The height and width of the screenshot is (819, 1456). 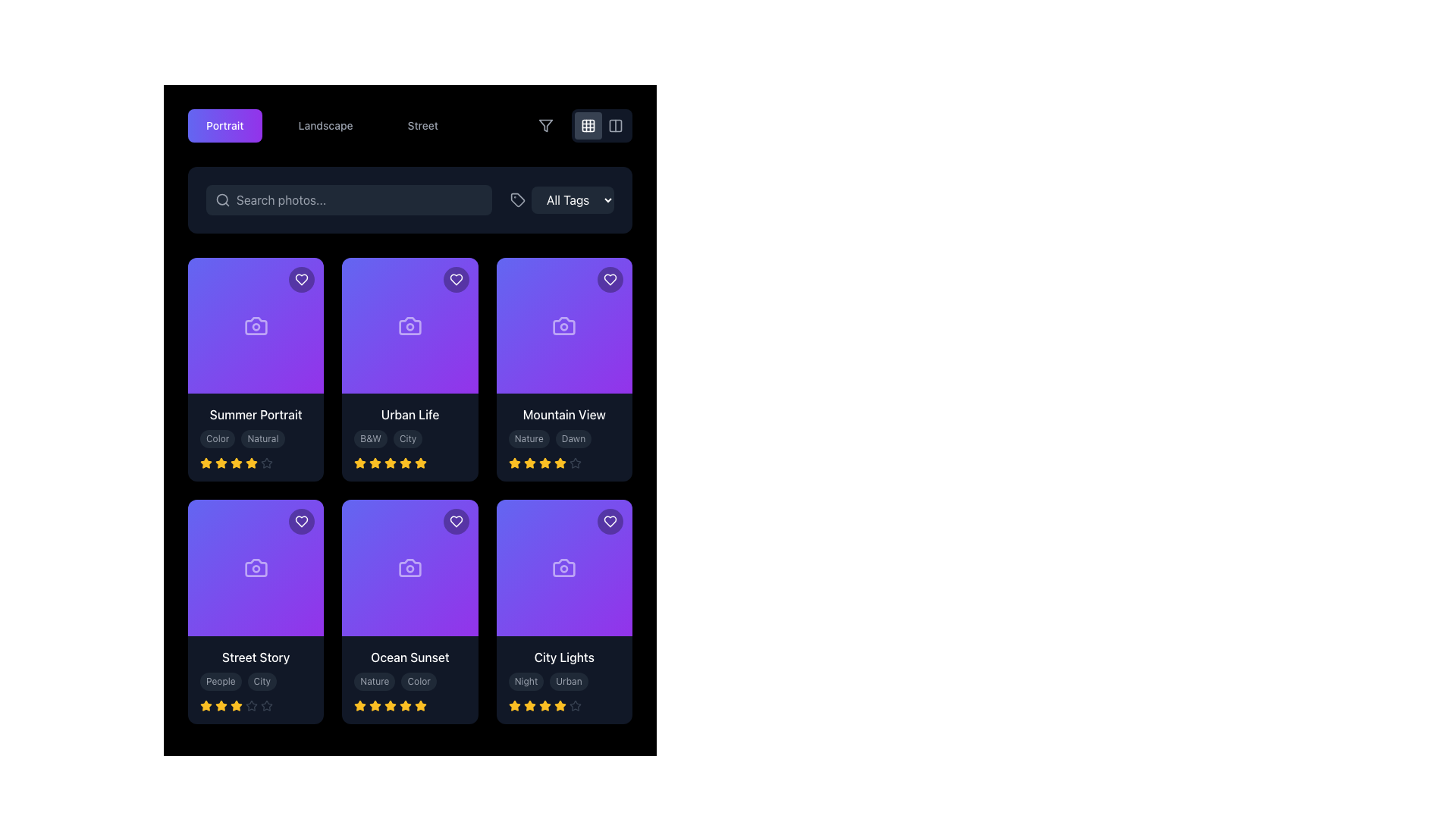 I want to click on the star icon in the rating section of the 'Ocean Sunset' card located in the second row, middle column of a 3x2 grid layout to modify the rating, so click(x=406, y=705).